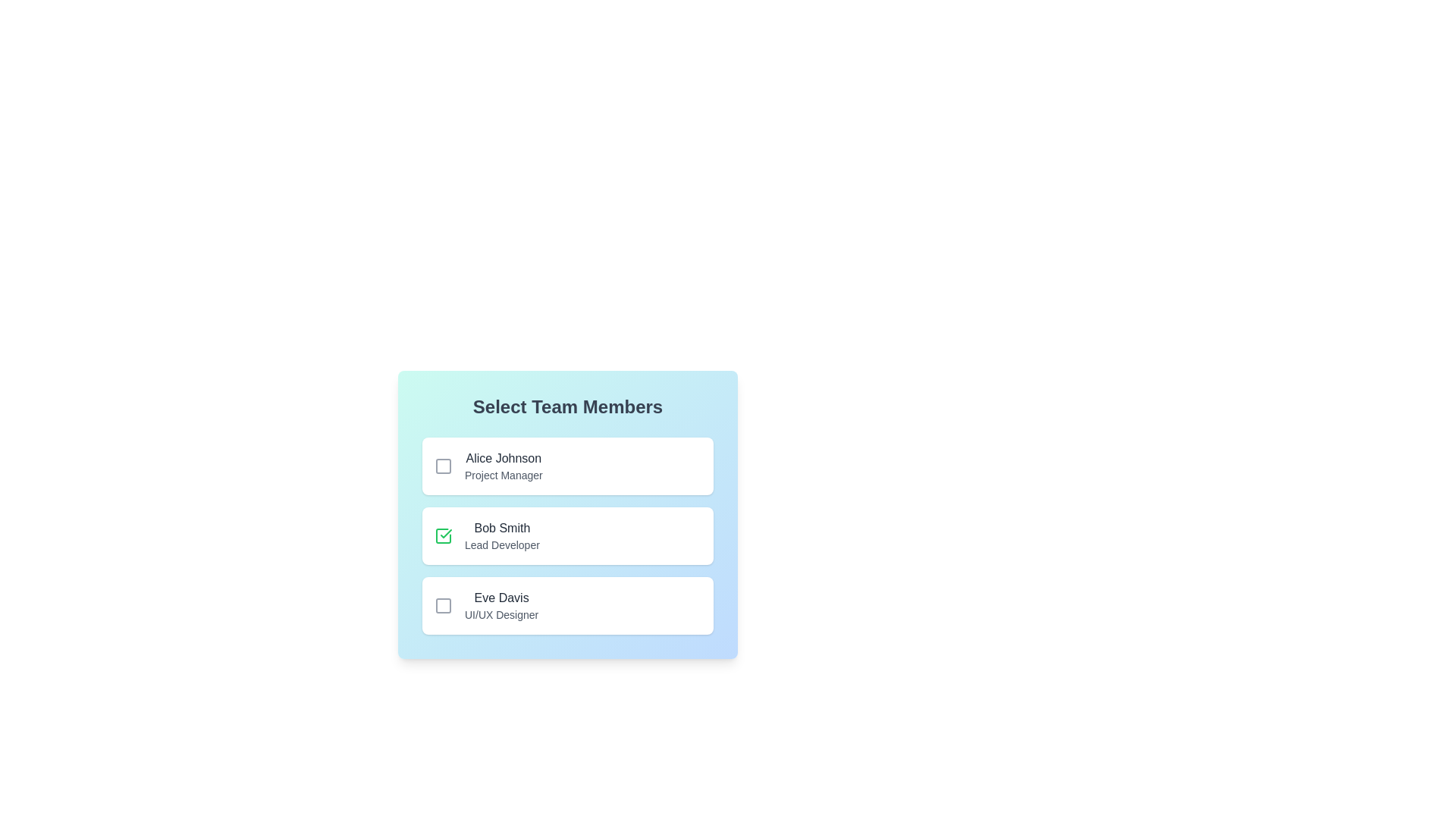  What do you see at coordinates (443, 535) in the screenshot?
I see `the Checkbox icon for the team member 'Bob Smith' to trigger focus effects` at bounding box center [443, 535].